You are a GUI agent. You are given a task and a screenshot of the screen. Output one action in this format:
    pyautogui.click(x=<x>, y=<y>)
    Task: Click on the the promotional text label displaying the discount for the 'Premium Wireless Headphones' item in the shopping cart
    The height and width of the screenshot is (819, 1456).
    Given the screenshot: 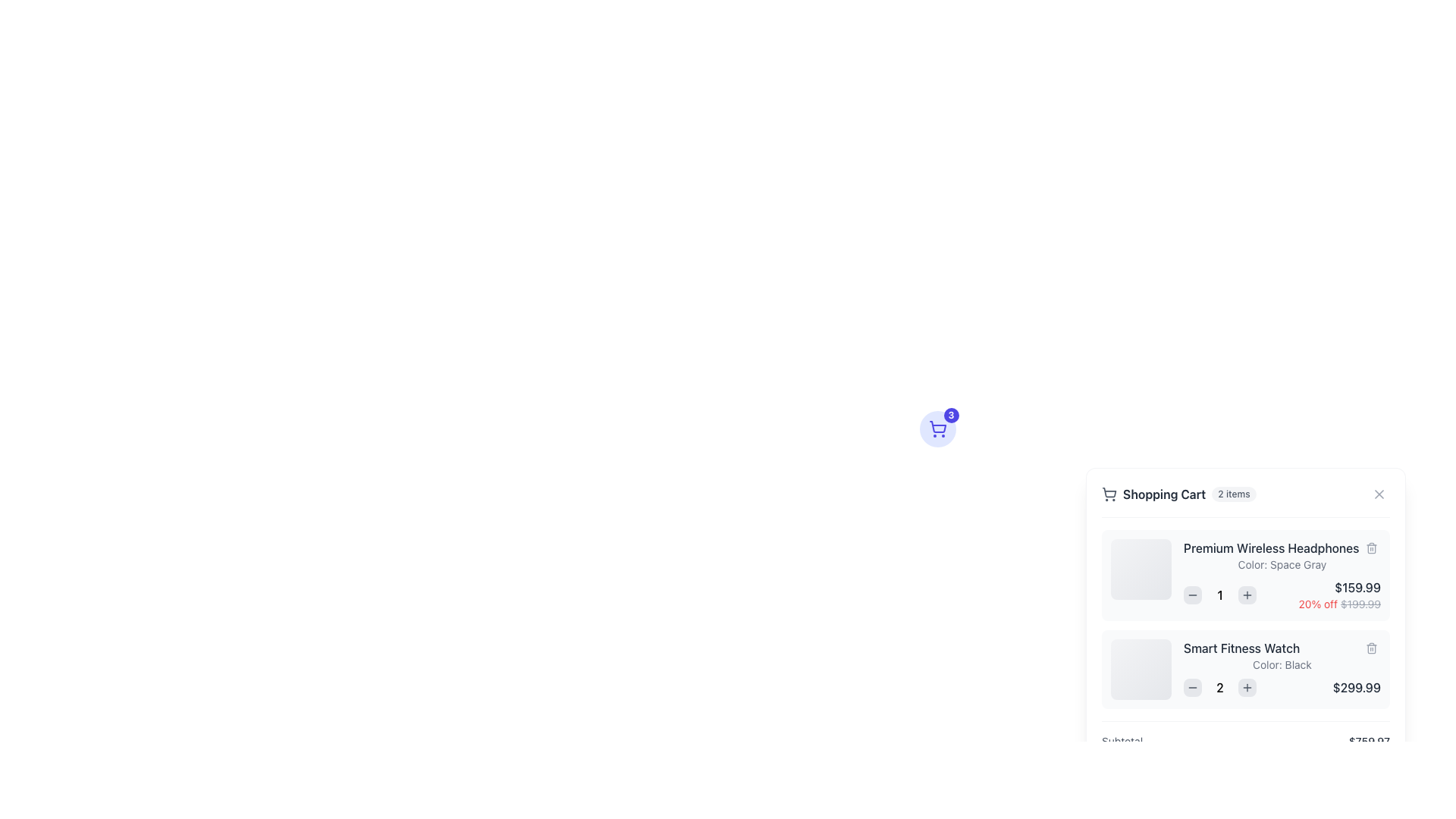 What is the action you would take?
    pyautogui.click(x=1339, y=604)
    